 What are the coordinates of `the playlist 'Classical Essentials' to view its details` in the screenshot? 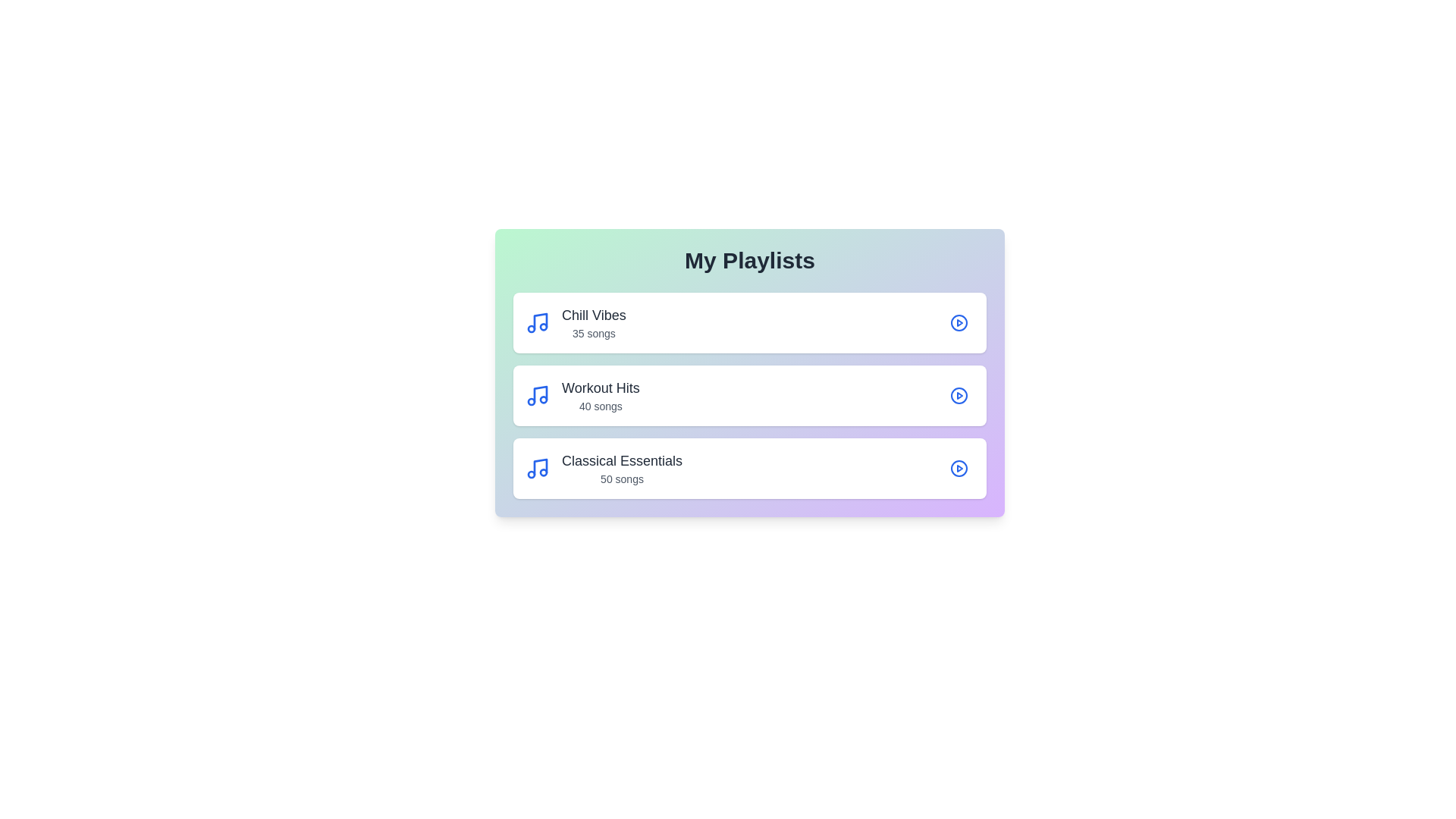 It's located at (749, 467).